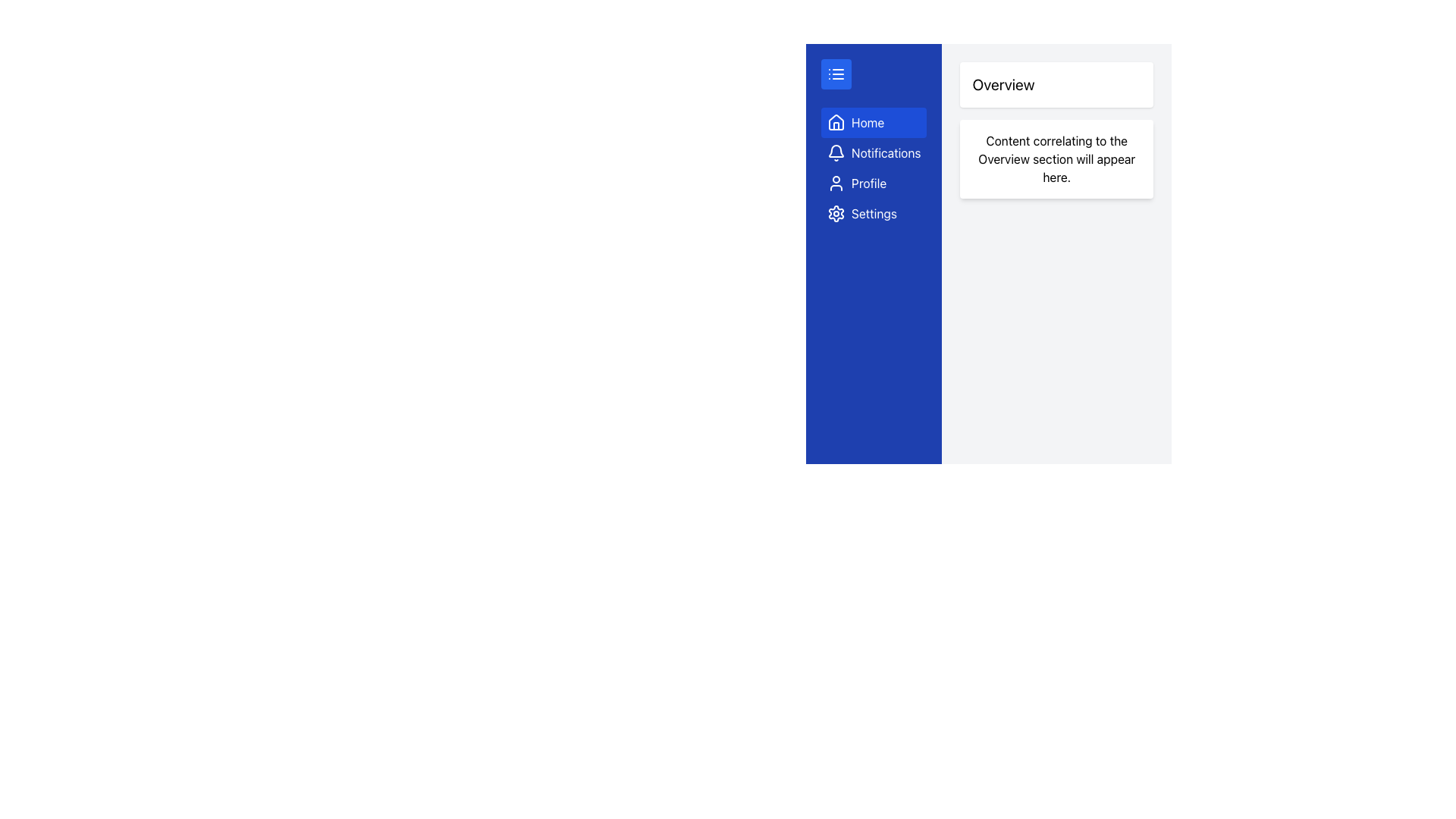 This screenshot has height=819, width=1456. Describe the element at coordinates (868, 122) in the screenshot. I see `text label 'Home' located in the first navigational menu item of the vertical sidebar on the left side of the interface, which is displayed in white on a blue background` at that location.